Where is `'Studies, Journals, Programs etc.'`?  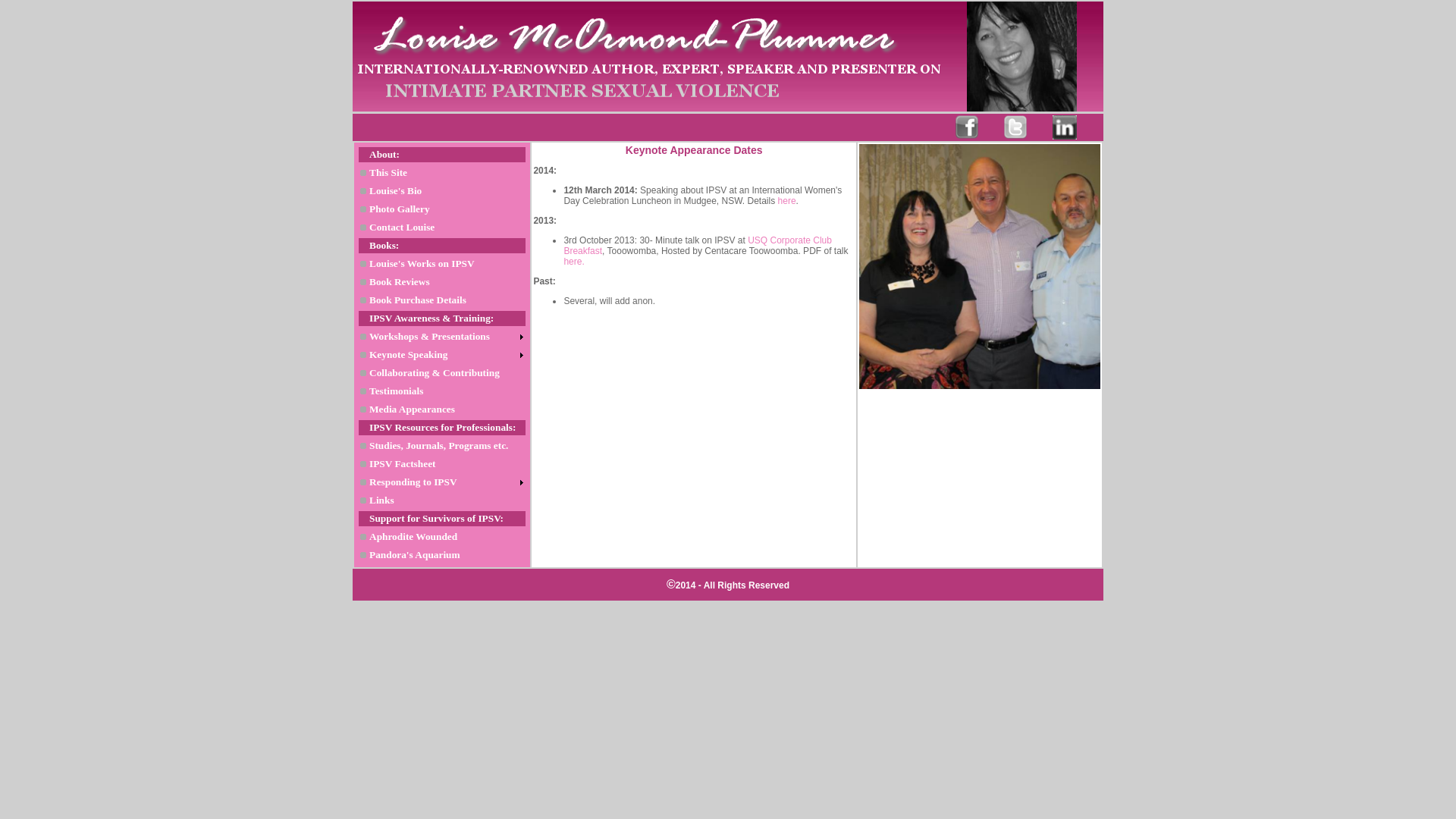
'Studies, Journals, Programs etc.' is located at coordinates (441, 444).